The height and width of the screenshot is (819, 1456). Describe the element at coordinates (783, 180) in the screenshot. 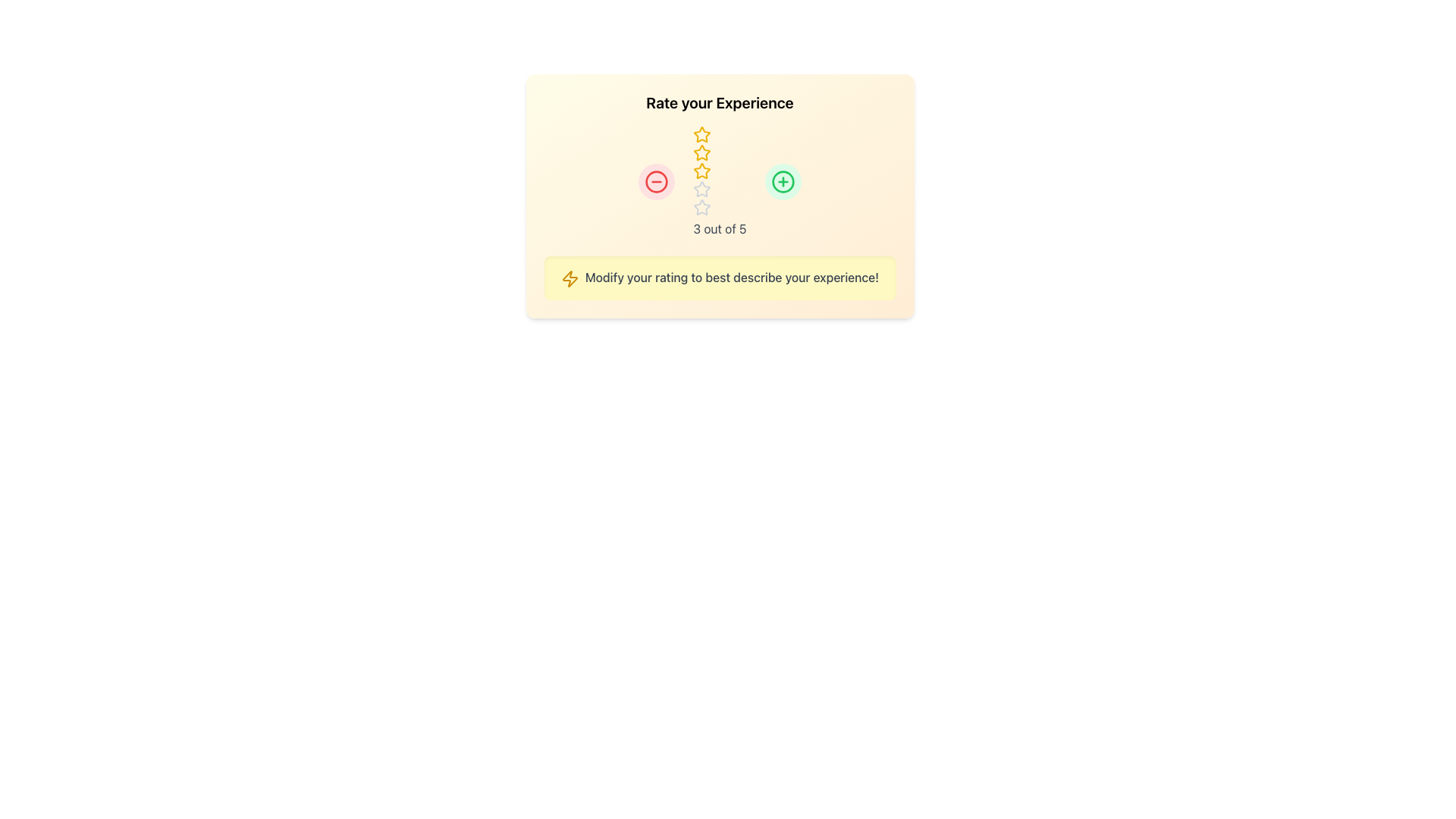

I see `the green circular SVG element containing a plus icon, located at the top right area of the rating section` at that location.